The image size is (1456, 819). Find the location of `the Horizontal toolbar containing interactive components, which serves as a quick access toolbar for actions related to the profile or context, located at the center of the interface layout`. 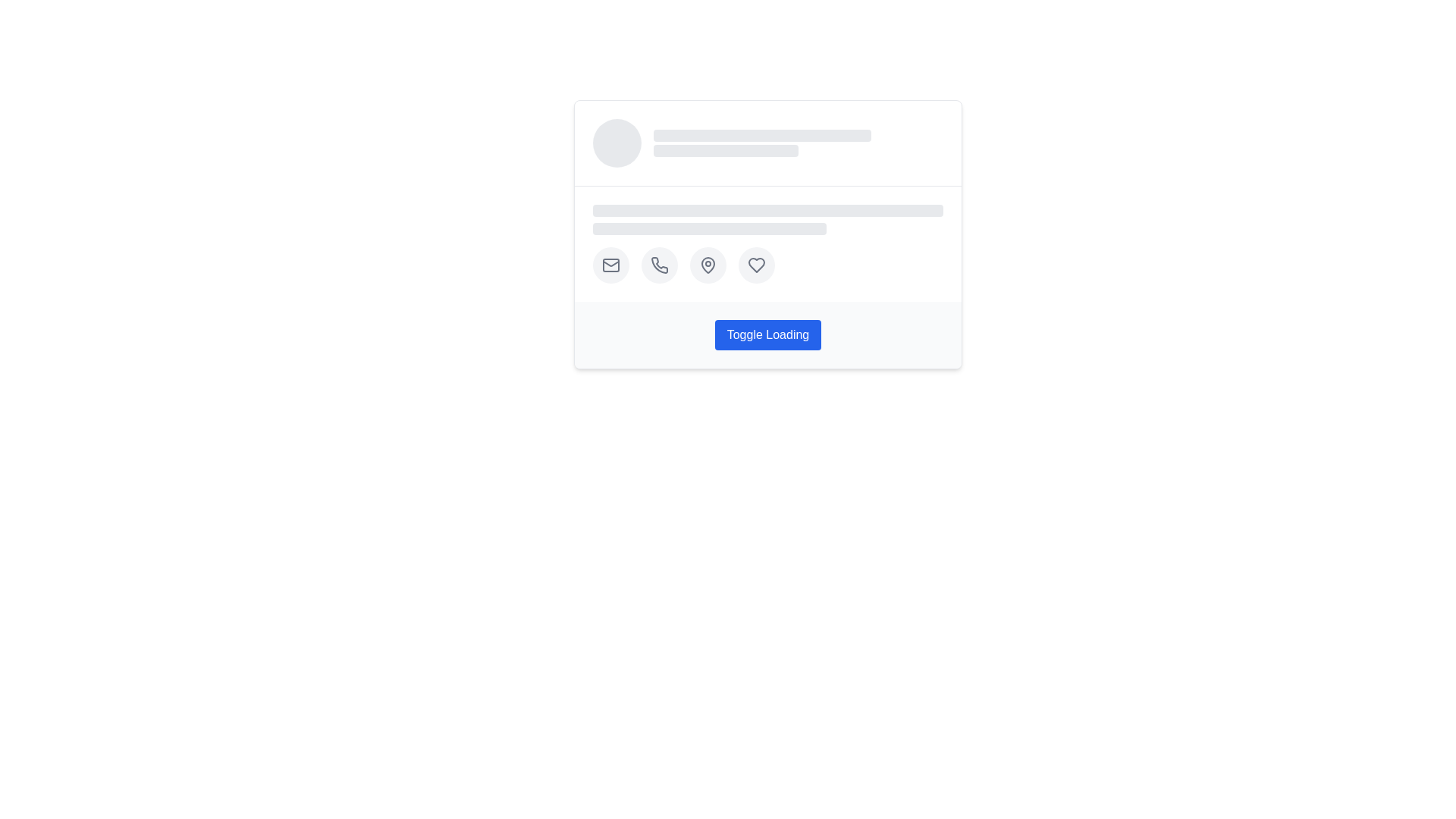

the Horizontal toolbar containing interactive components, which serves as a quick access toolbar for actions related to the profile or context, located at the center of the interface layout is located at coordinates (767, 265).